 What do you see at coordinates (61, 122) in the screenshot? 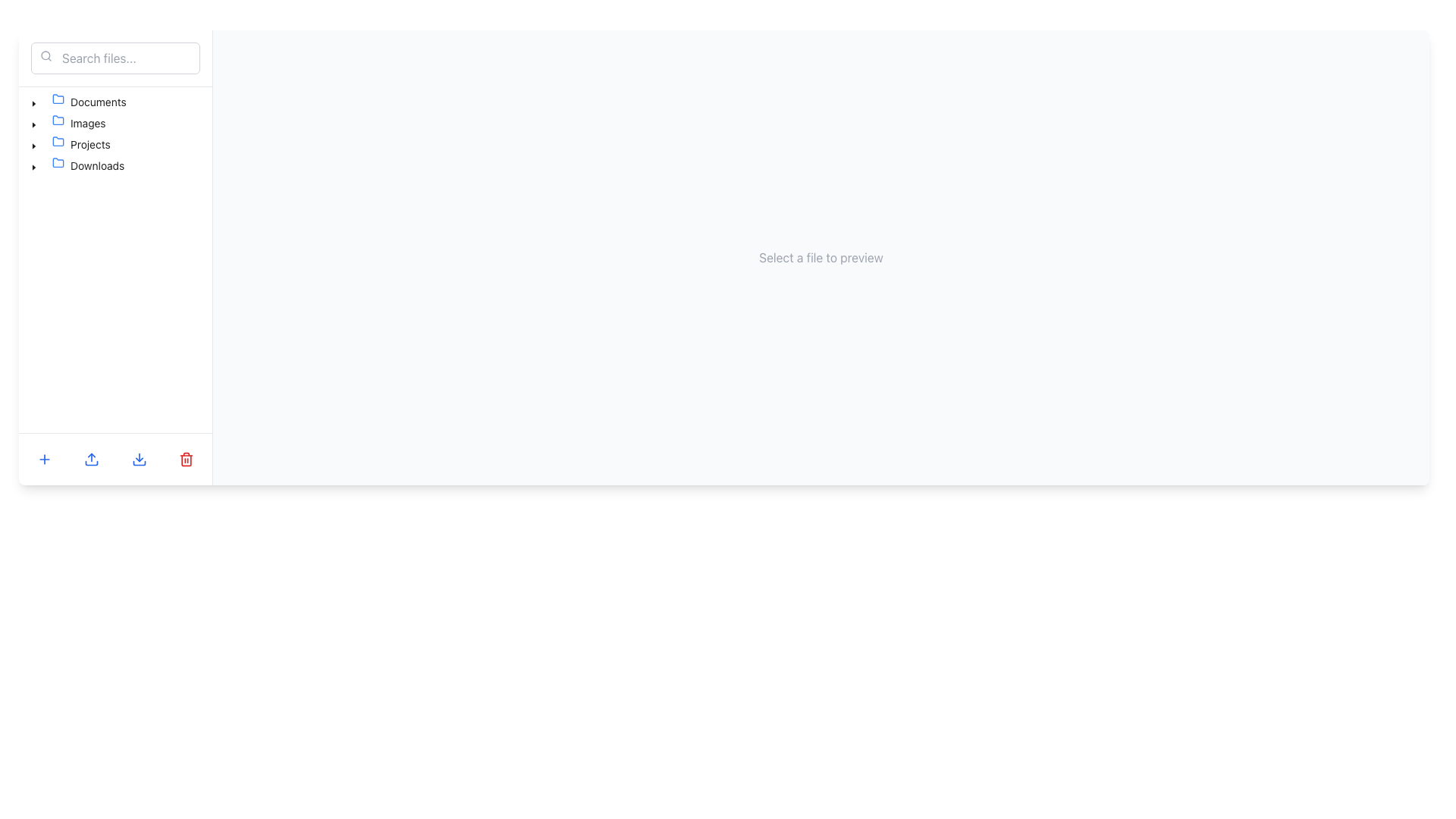
I see `the blue folder icon located to the left of the 'Images' label` at bounding box center [61, 122].